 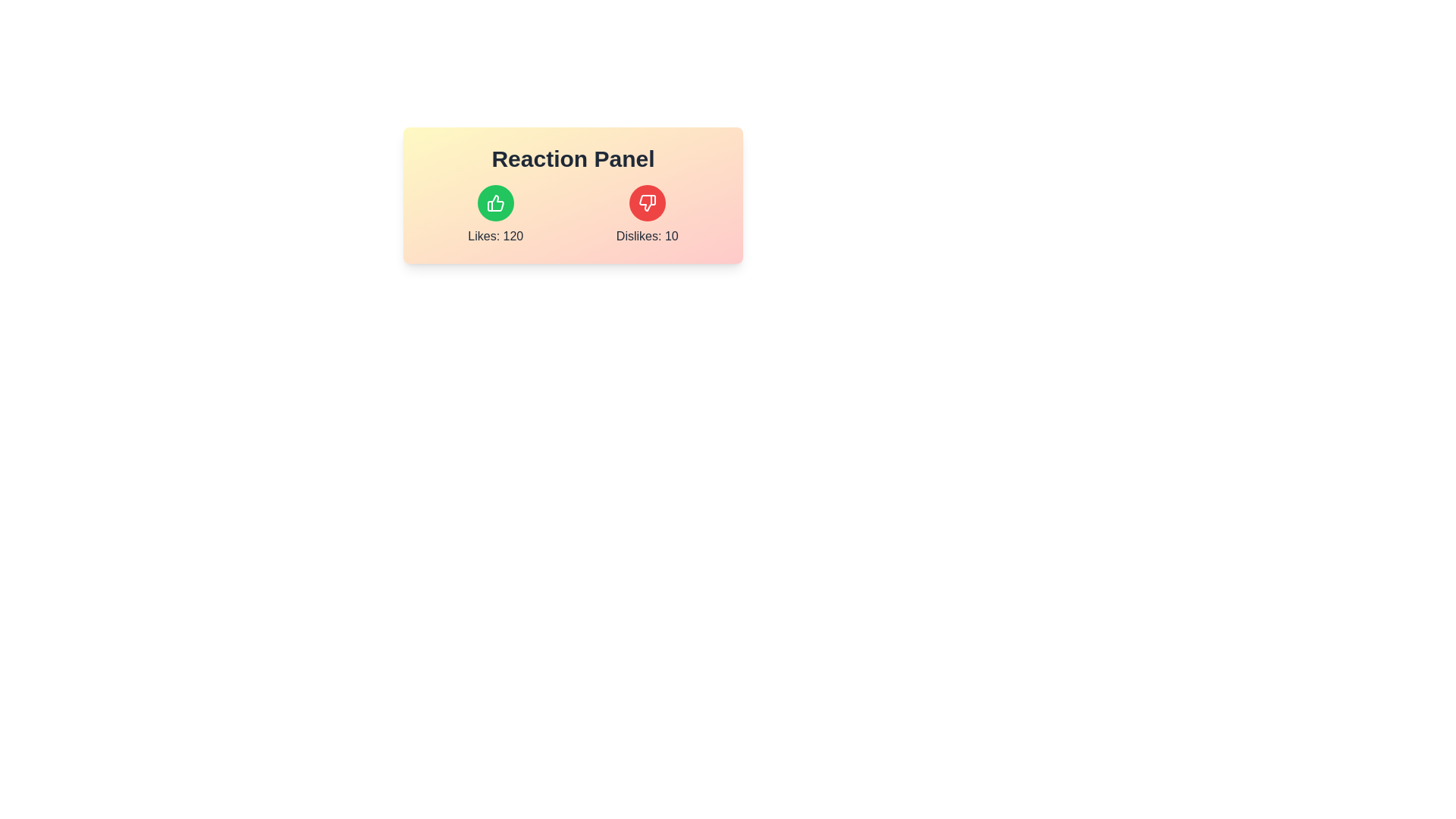 What do you see at coordinates (495, 202) in the screenshot?
I see `the green circular button with a thumbs-up icon located in the 'Reaction Panel' to give a like` at bounding box center [495, 202].